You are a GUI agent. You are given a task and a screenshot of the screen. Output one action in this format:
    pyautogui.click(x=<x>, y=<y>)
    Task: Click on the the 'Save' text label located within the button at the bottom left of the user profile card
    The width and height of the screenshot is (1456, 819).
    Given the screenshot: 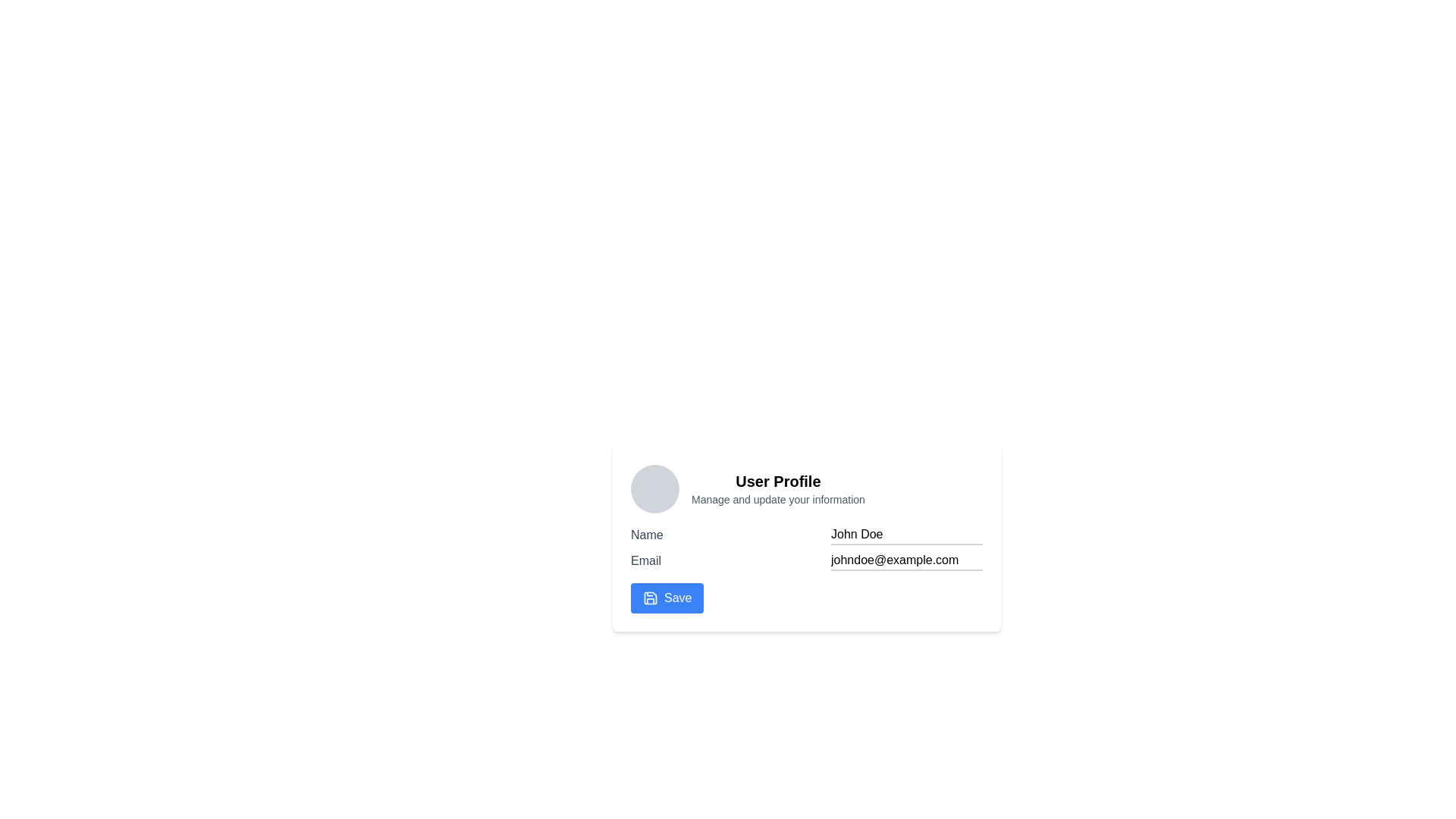 What is the action you would take?
    pyautogui.click(x=676, y=598)
    